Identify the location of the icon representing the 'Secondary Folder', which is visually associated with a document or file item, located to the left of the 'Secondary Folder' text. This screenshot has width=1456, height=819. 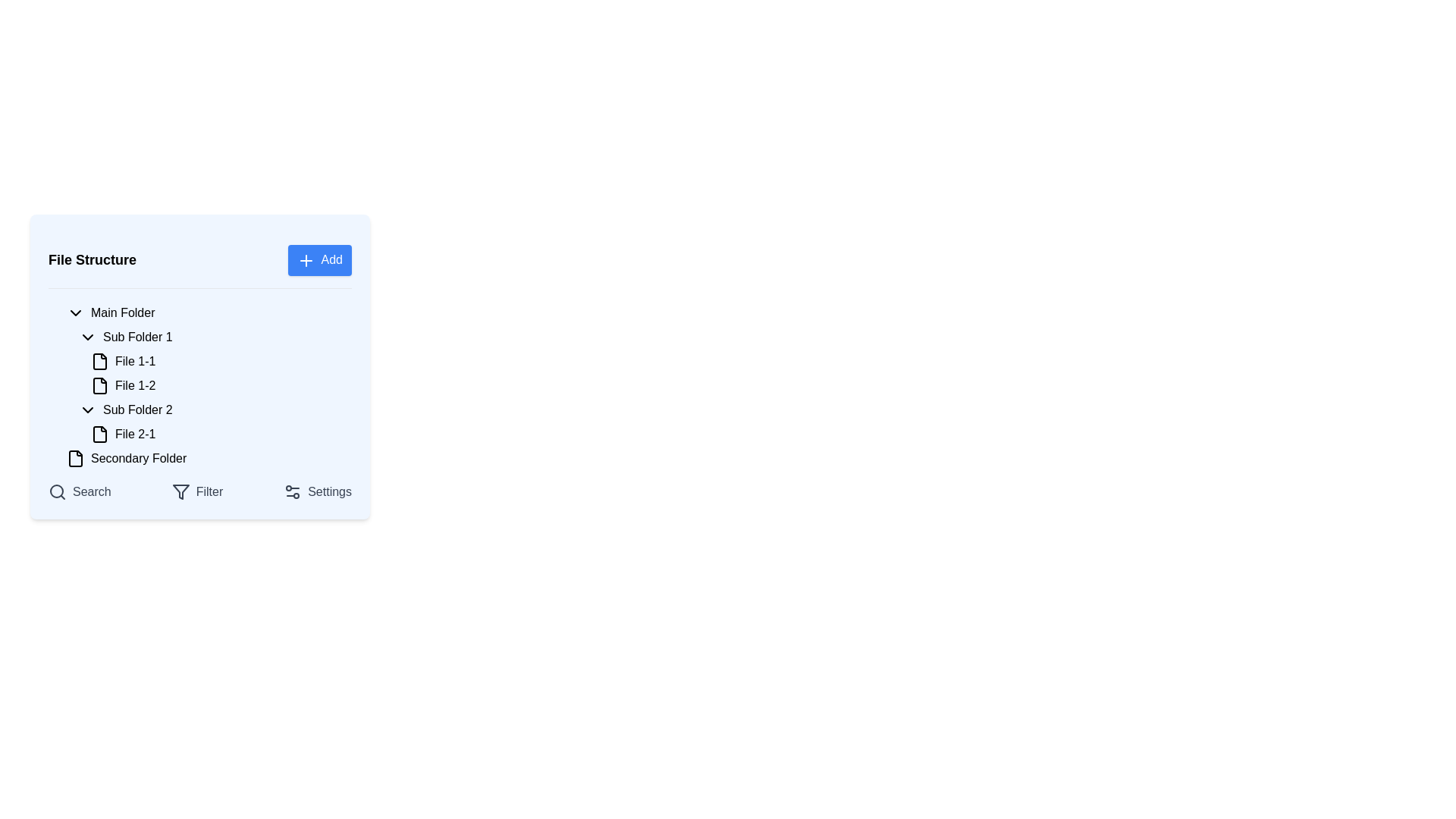
(75, 457).